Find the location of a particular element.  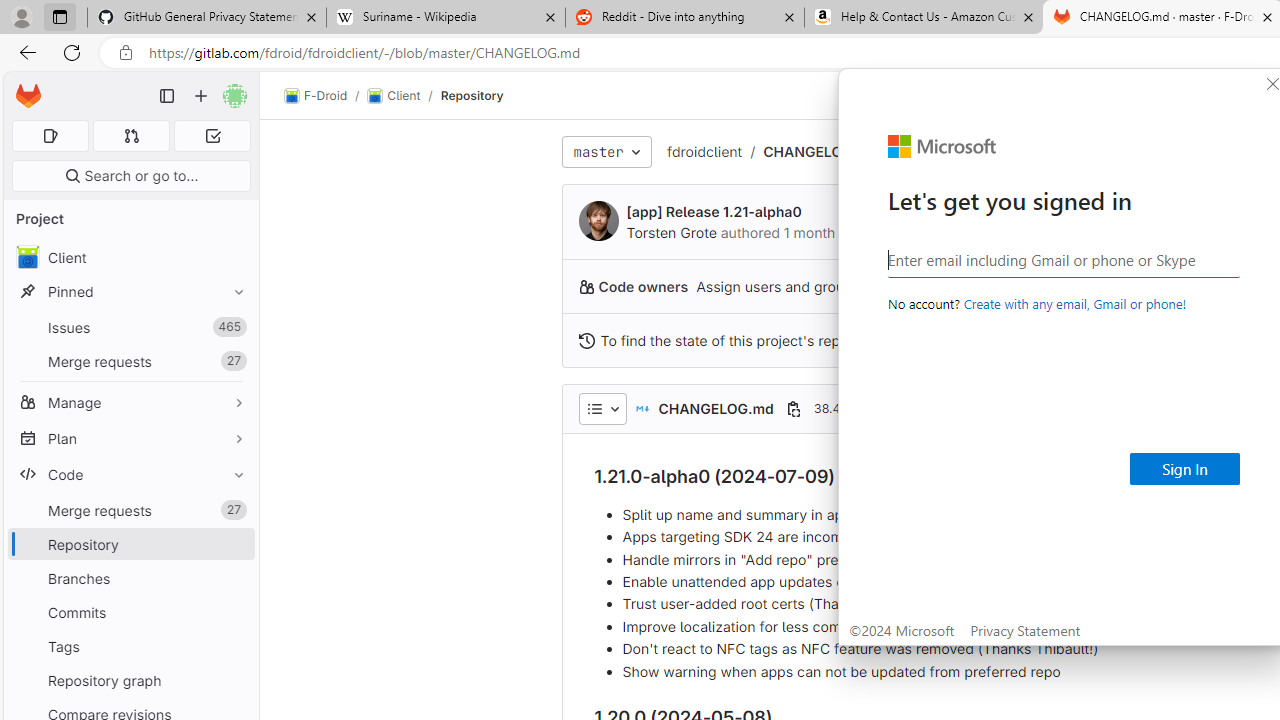

'Merge requests 27' is located at coordinates (130, 509).